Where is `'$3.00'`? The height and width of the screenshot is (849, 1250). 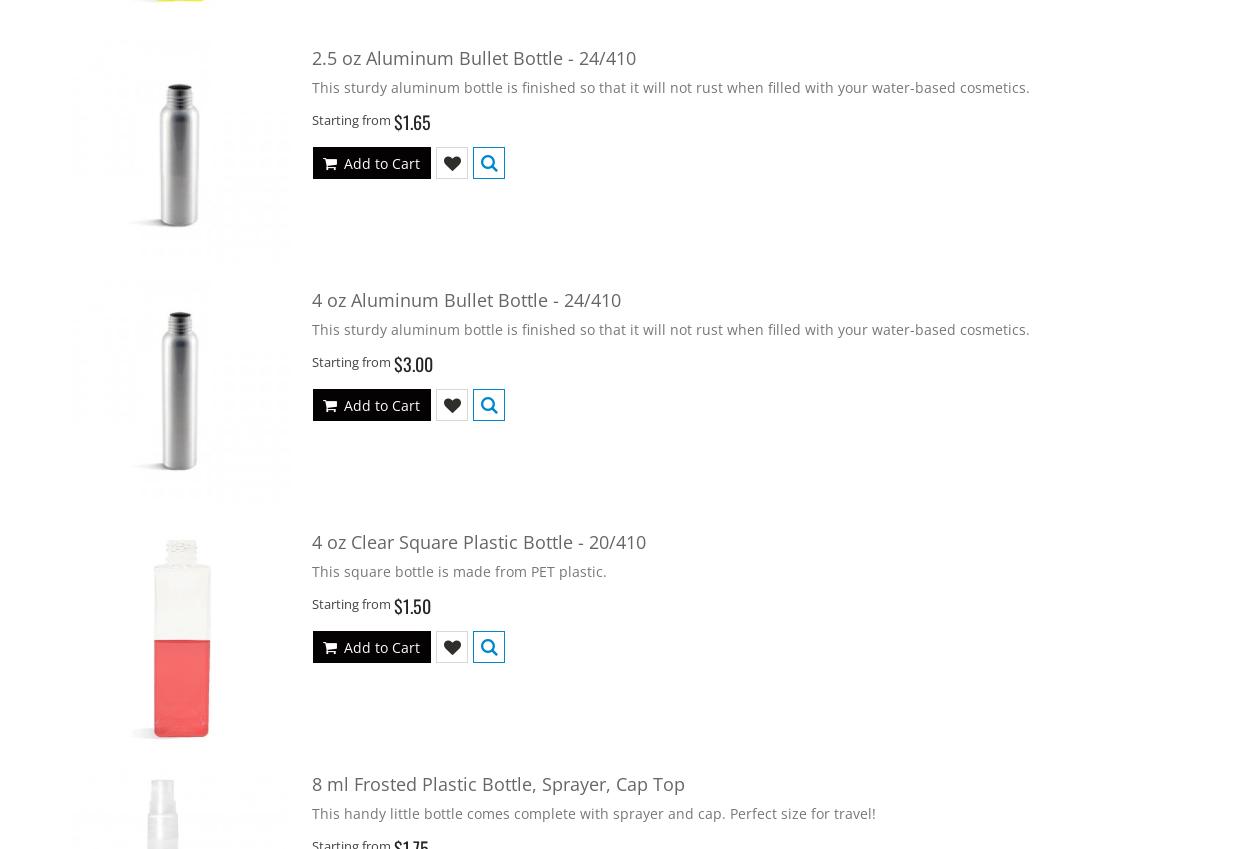
'$3.00' is located at coordinates (413, 363).